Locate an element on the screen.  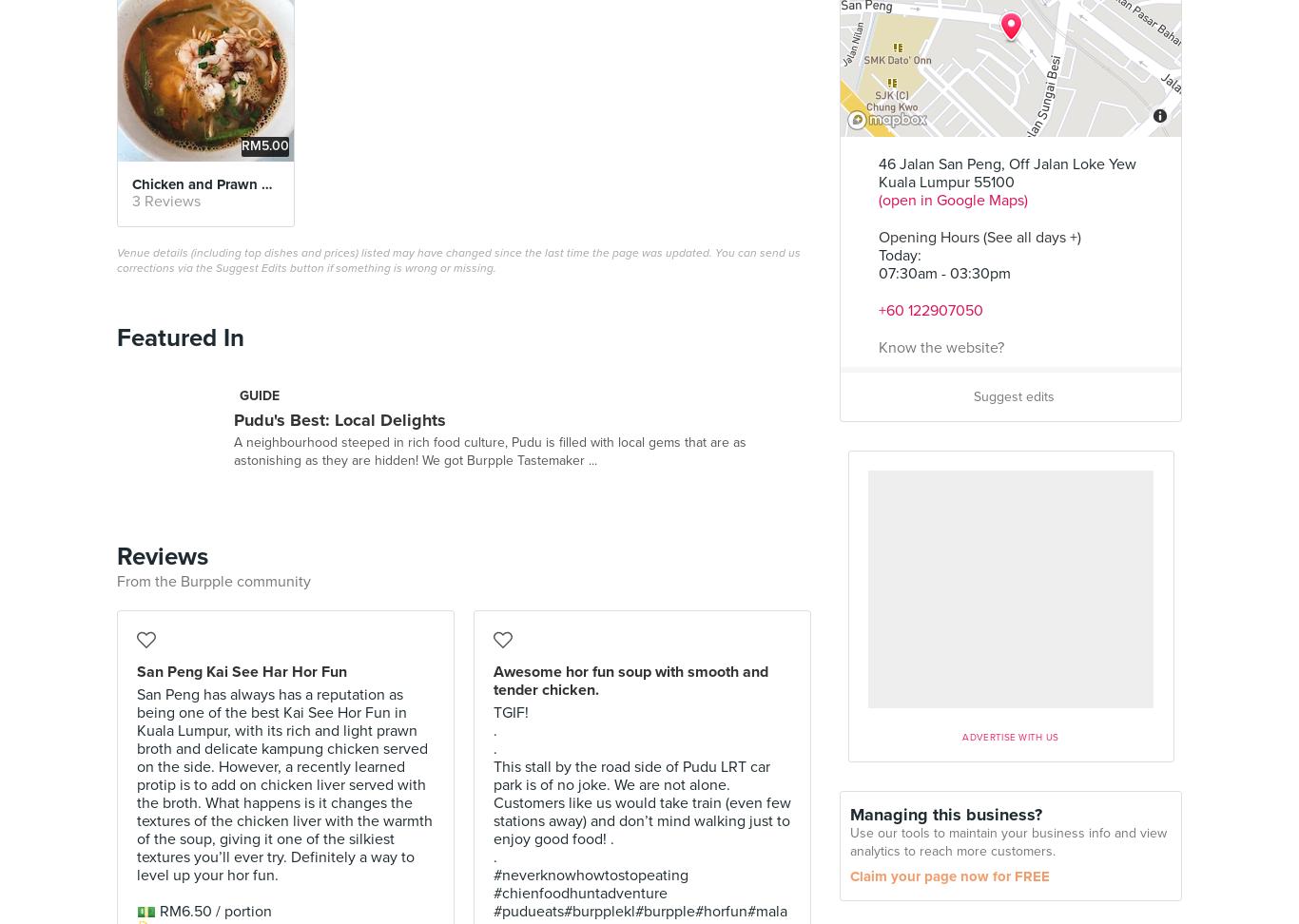
'Use our tools to maintain your business info and view analytics to reach more customers.' is located at coordinates (1007, 841).